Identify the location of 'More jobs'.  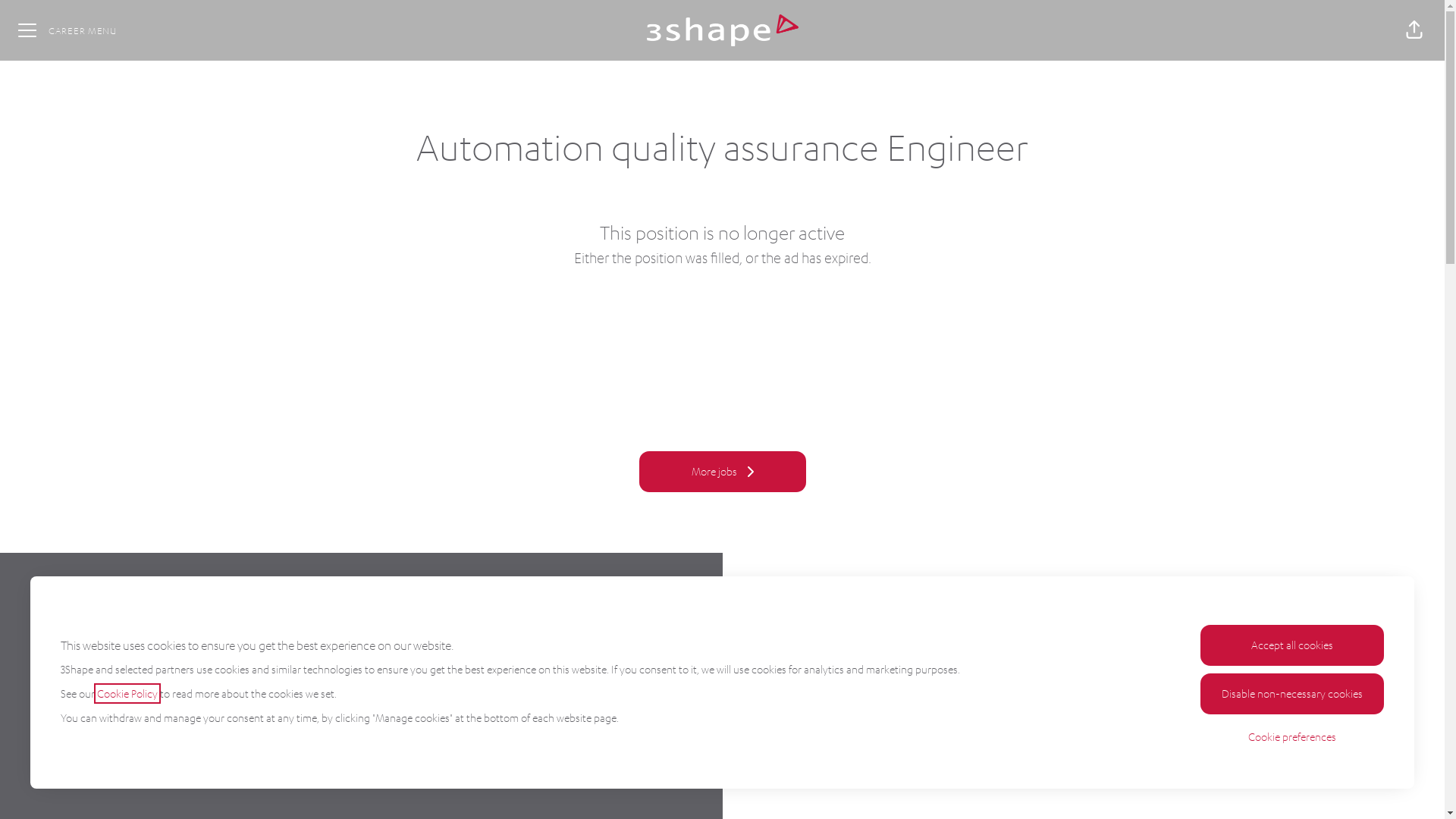
(638, 470).